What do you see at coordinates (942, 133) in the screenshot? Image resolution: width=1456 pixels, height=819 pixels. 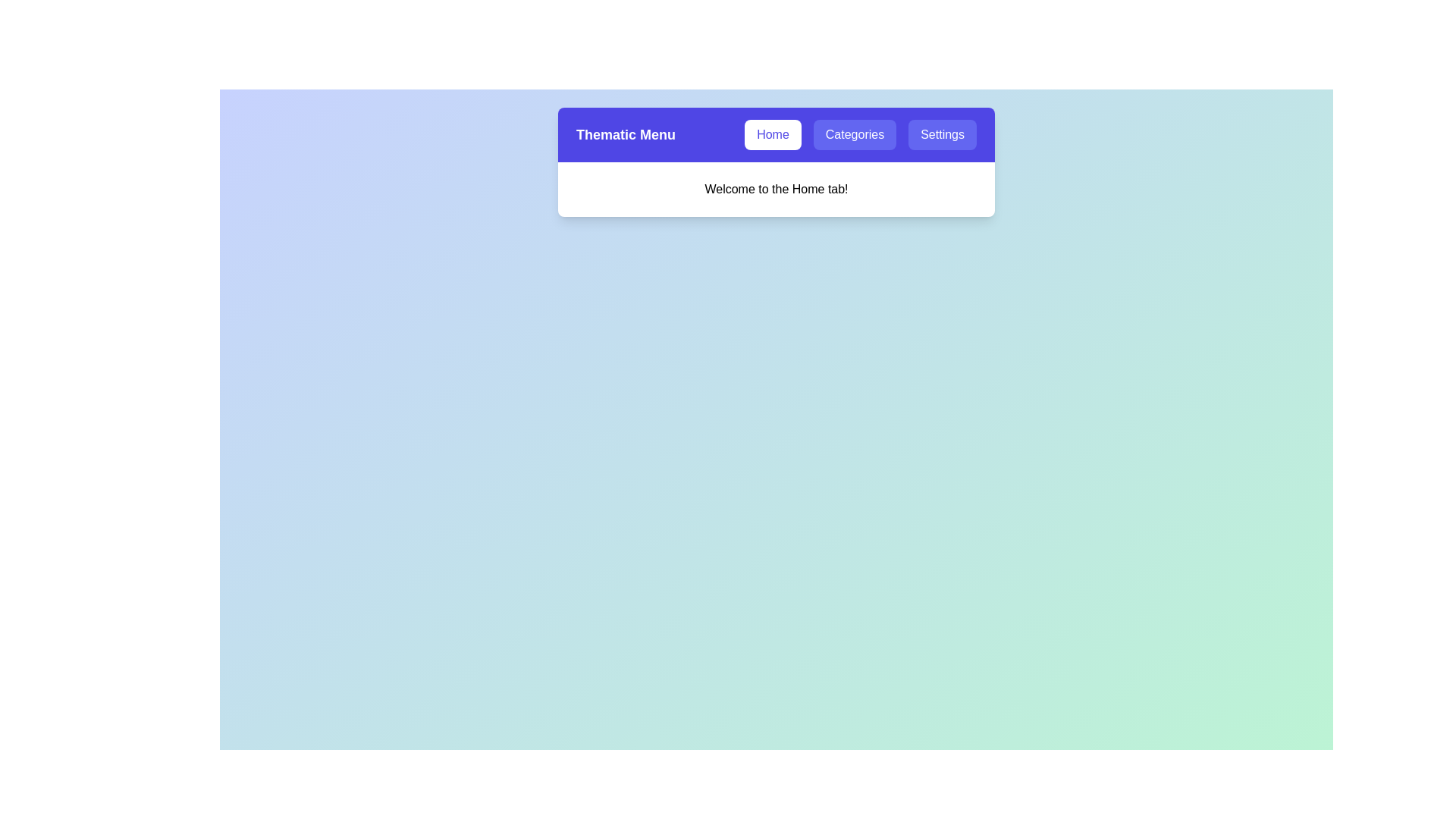 I see `the Settings button to navigate to the corresponding tab` at bounding box center [942, 133].